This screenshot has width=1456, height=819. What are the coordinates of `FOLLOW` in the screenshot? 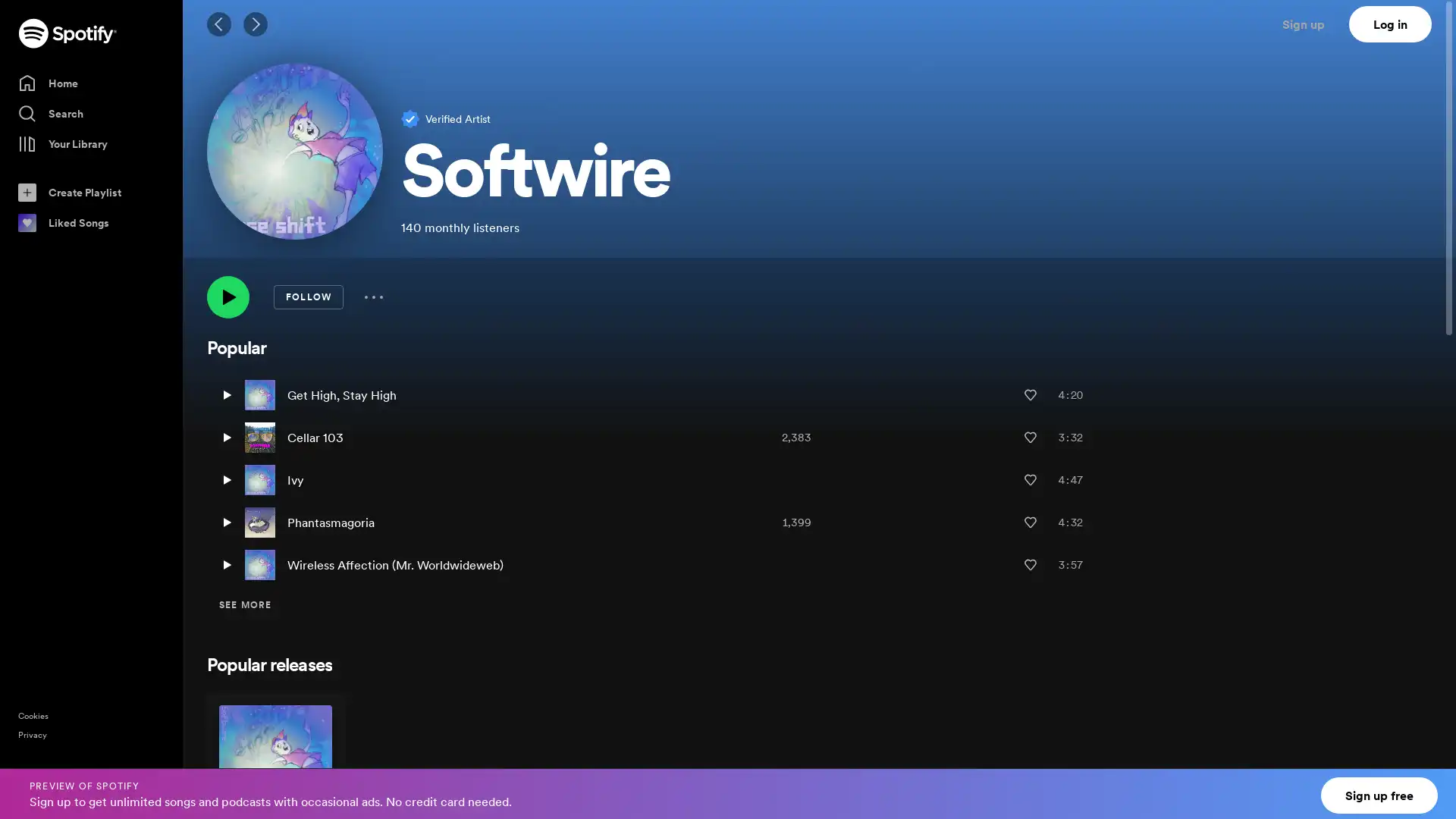 It's located at (308, 297).